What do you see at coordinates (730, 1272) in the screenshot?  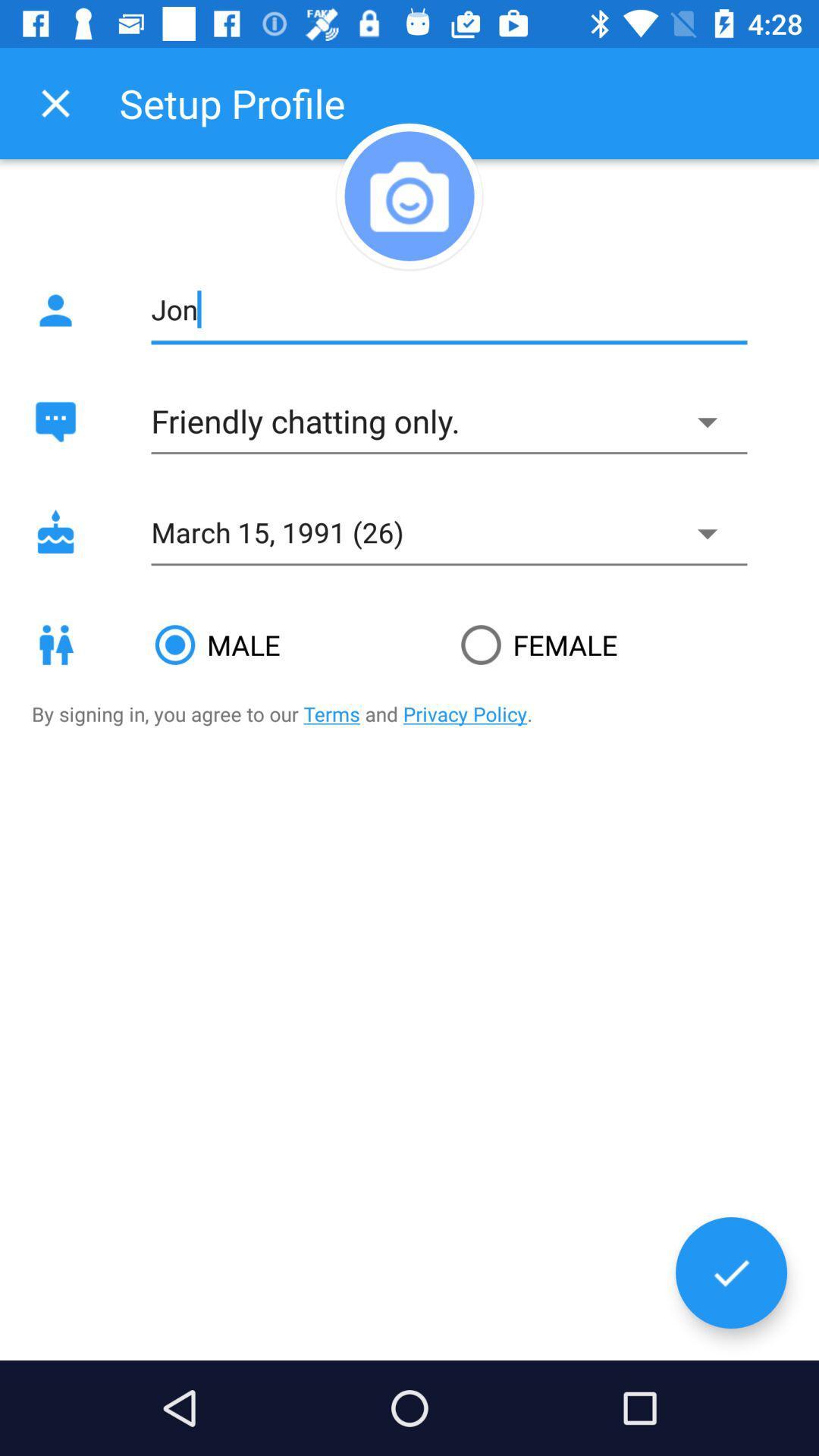 I see `go forward` at bounding box center [730, 1272].